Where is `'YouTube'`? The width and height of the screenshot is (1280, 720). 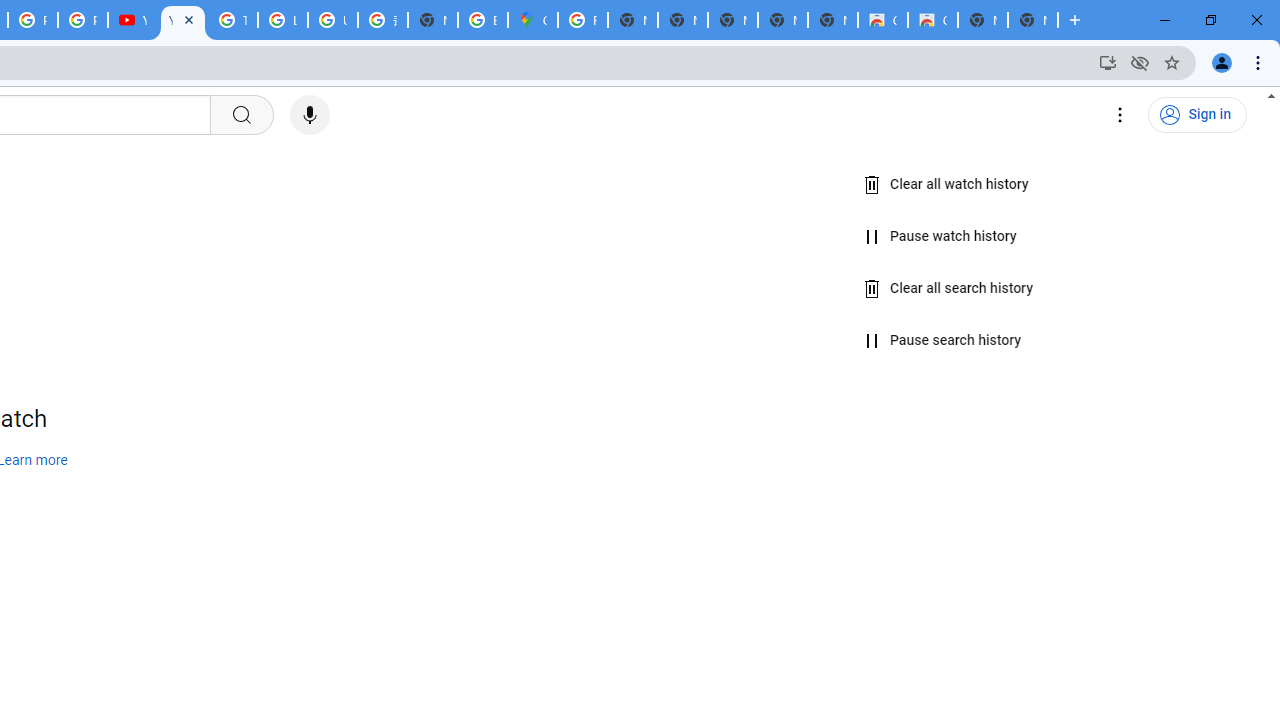
'YouTube' is located at coordinates (131, 20).